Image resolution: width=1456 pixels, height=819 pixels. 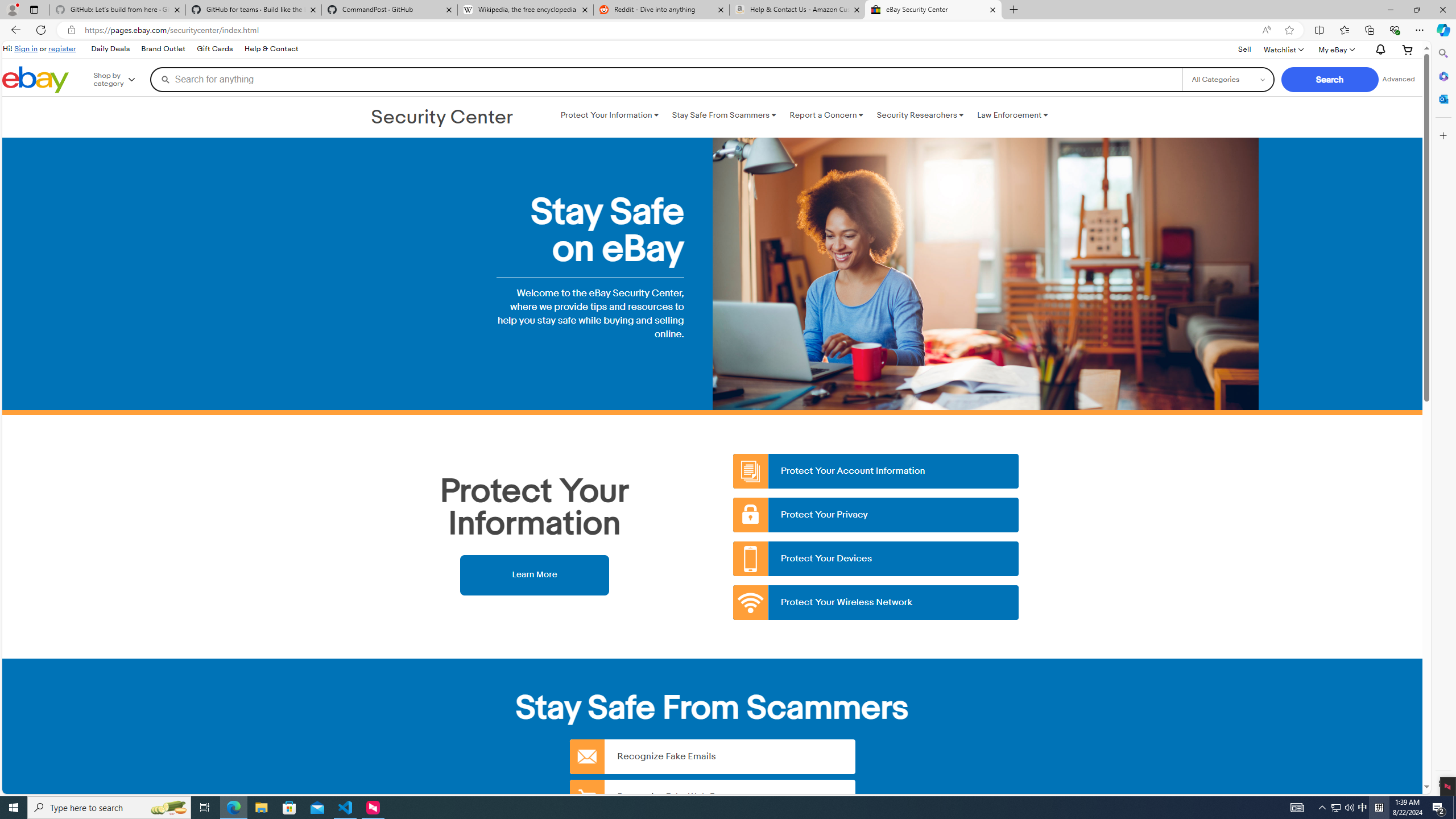 I want to click on 'Law Enforcement ', so click(x=1012, y=115).